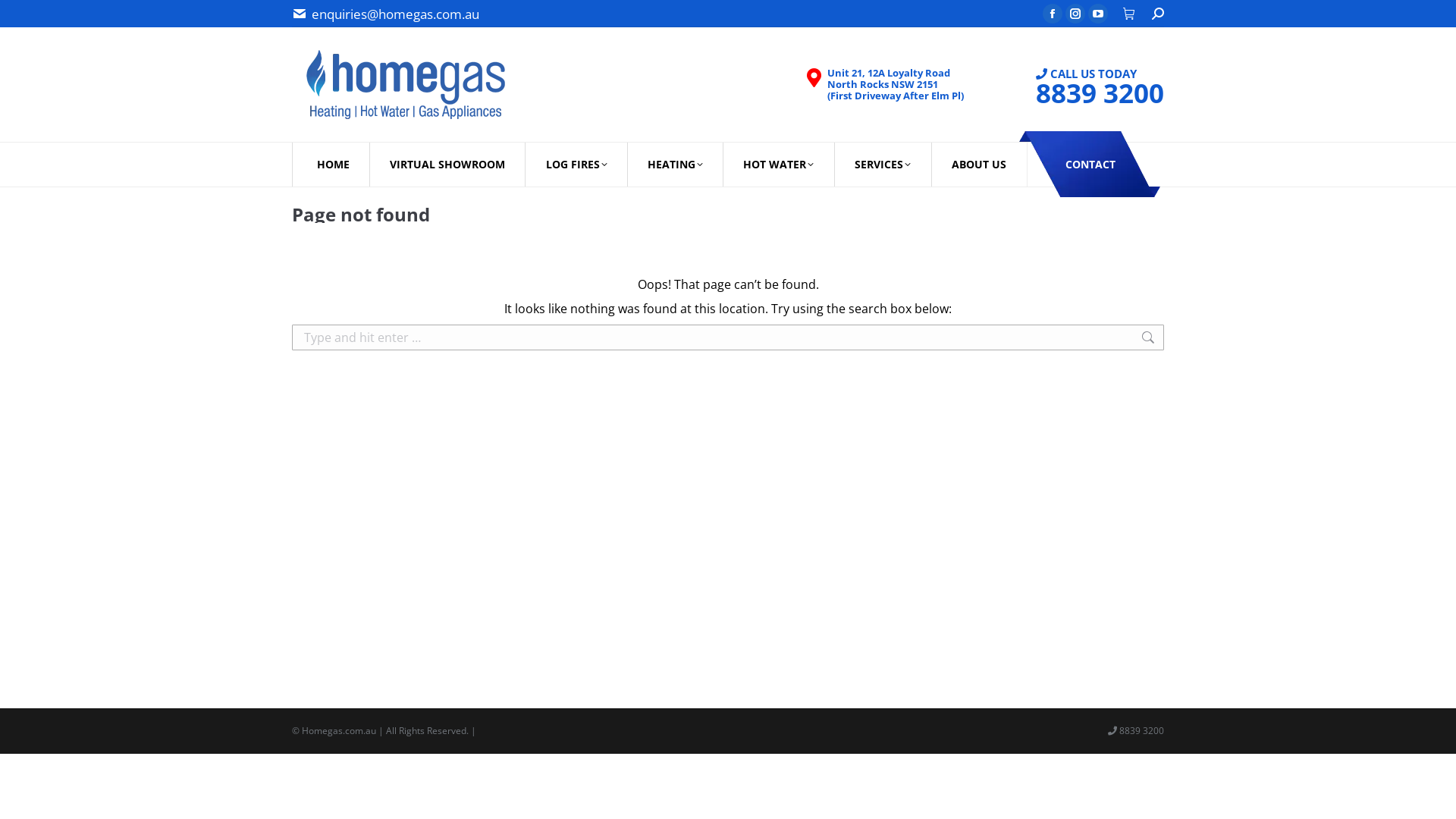 This screenshot has width=1456, height=819. I want to click on 'Facebook page opens in new window', so click(1041, 14).